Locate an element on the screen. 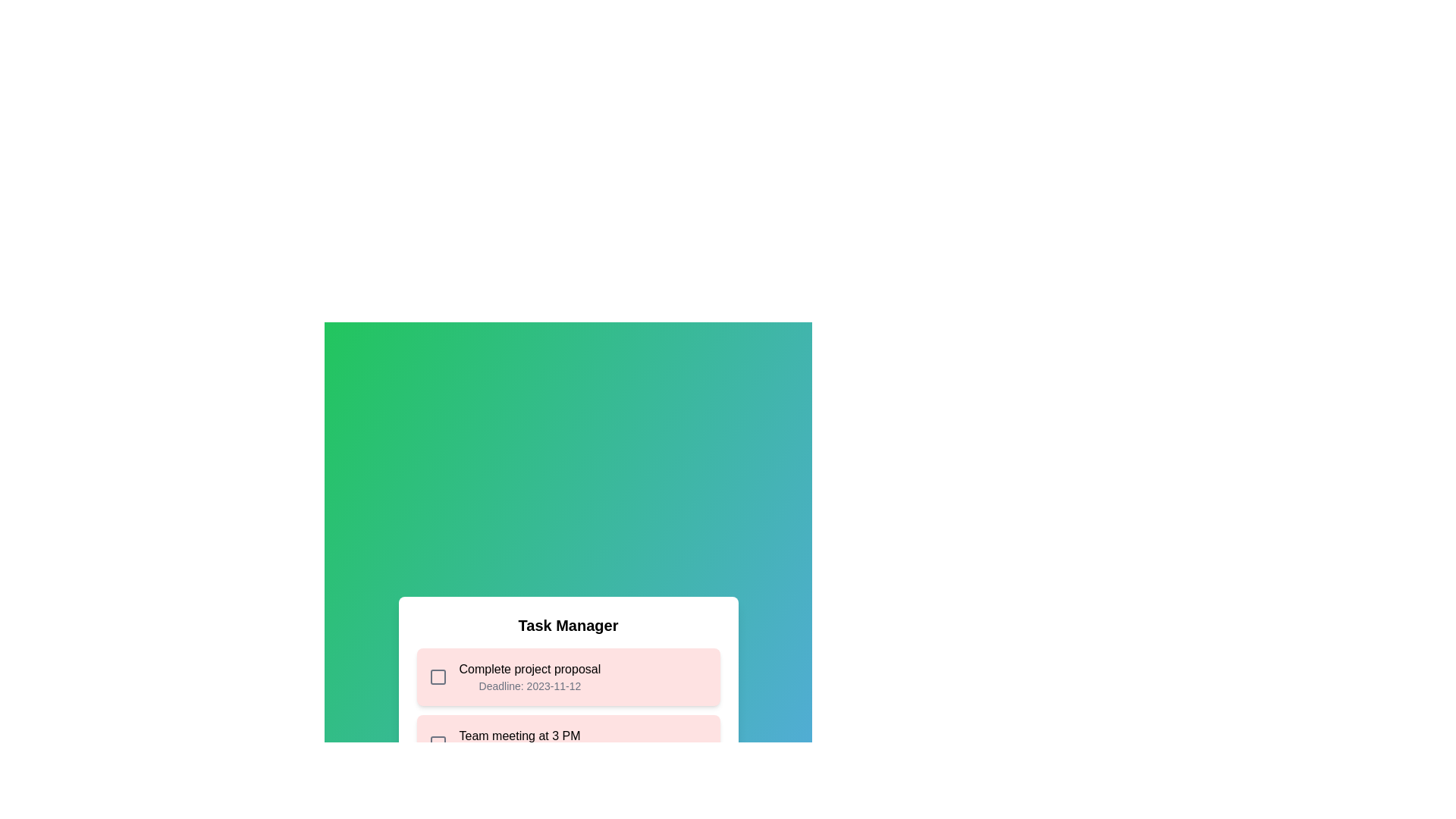 This screenshot has width=1456, height=819. the checkbox located to the left of the 'Complete project proposal' text is located at coordinates (437, 676).